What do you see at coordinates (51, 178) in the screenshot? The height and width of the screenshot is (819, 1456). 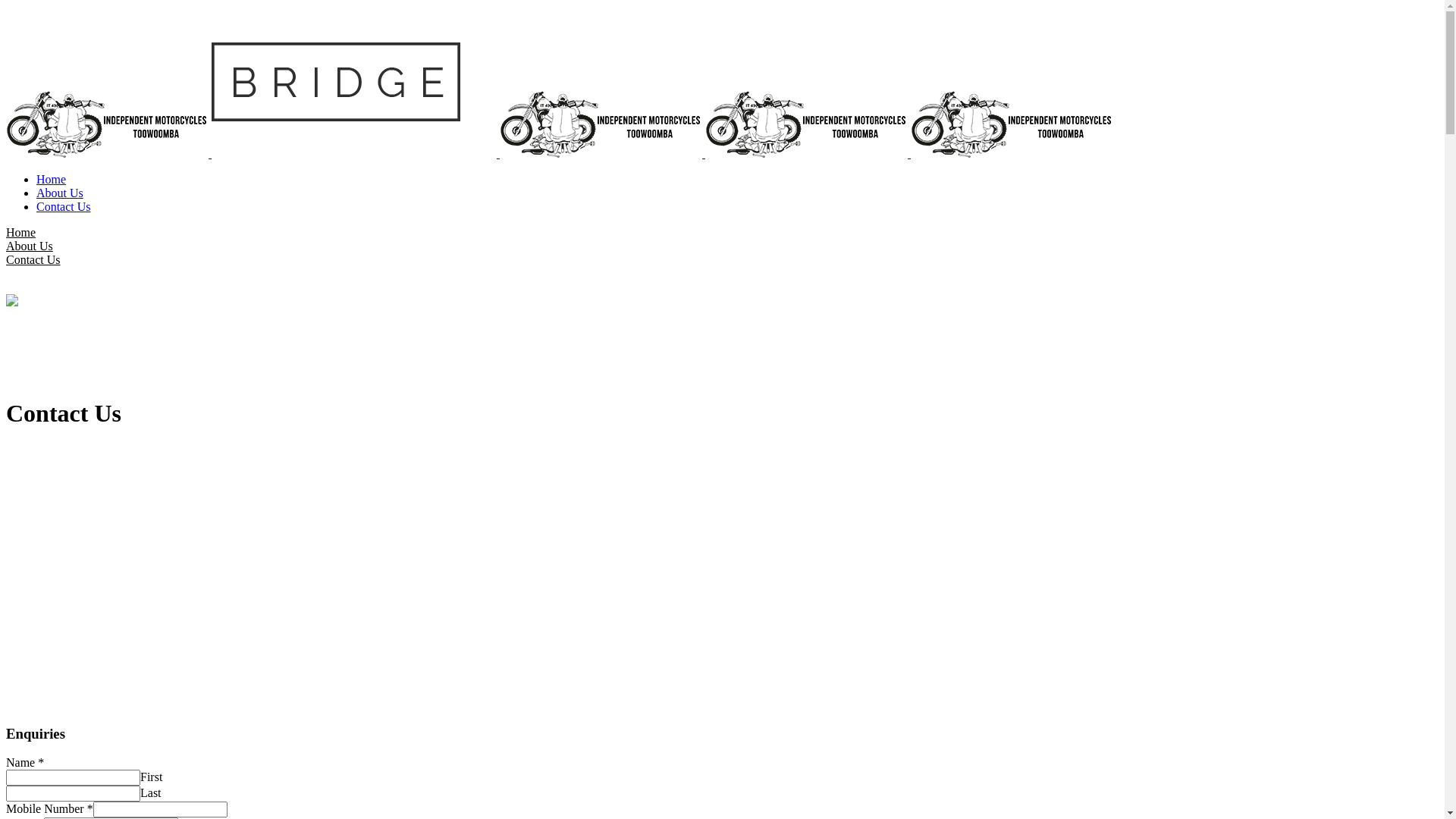 I see `'Home'` at bounding box center [51, 178].